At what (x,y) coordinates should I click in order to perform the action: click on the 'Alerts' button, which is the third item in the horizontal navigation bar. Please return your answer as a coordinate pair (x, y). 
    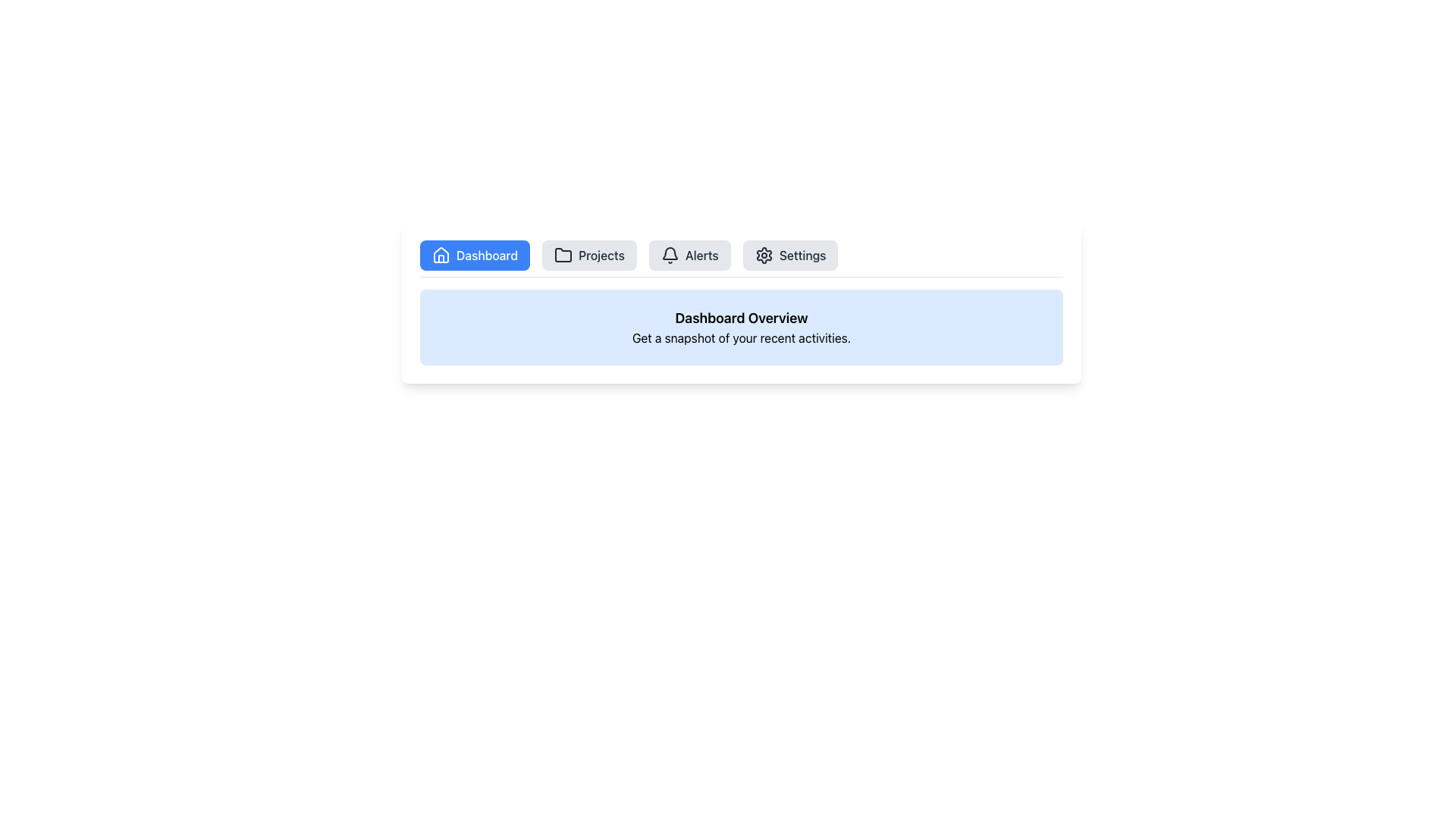
    Looking at the image, I should click on (689, 254).